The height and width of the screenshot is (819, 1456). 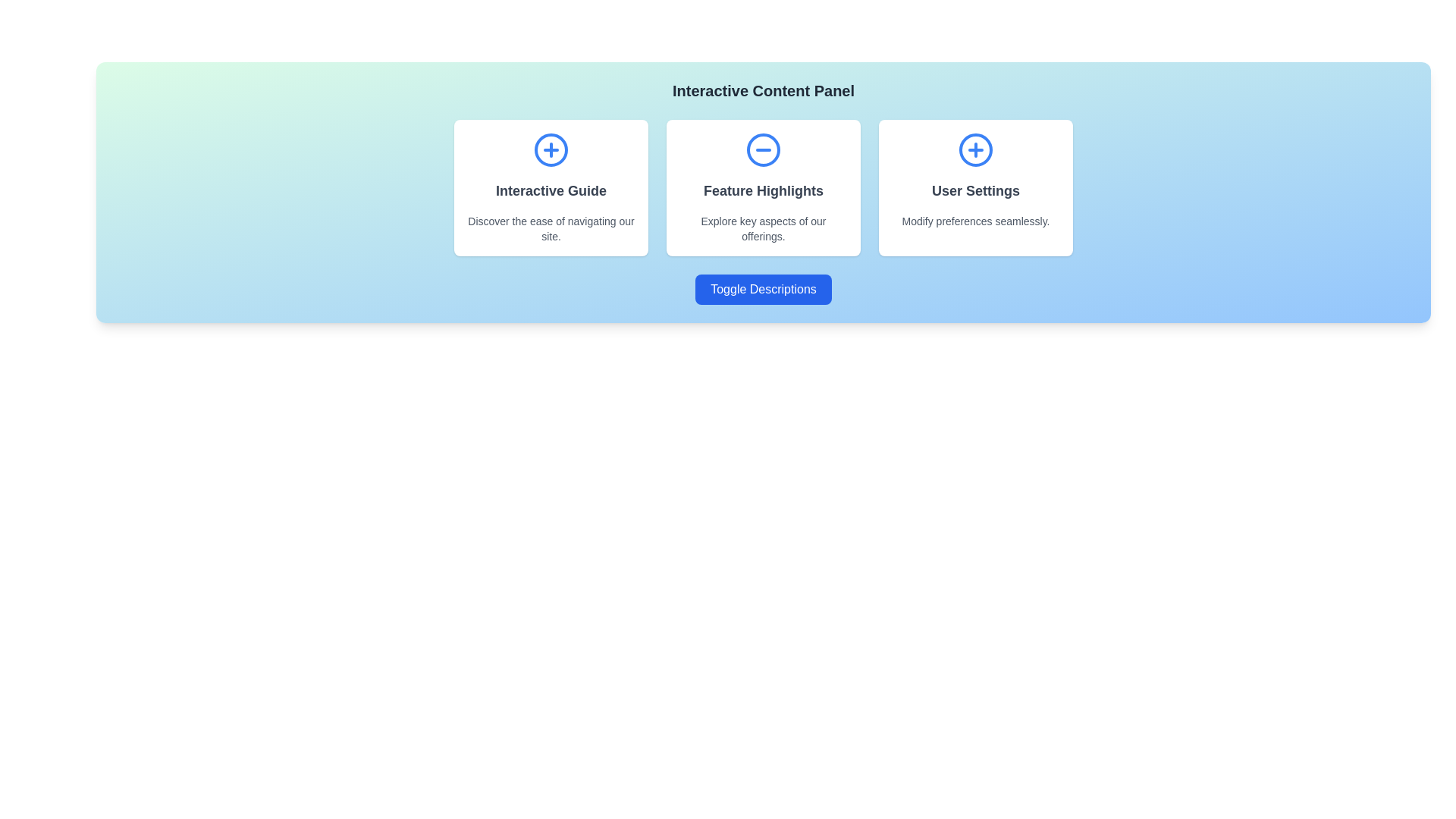 I want to click on the 'User Settings' title label located below the plus icon in the card-like UI component, so click(x=975, y=190).